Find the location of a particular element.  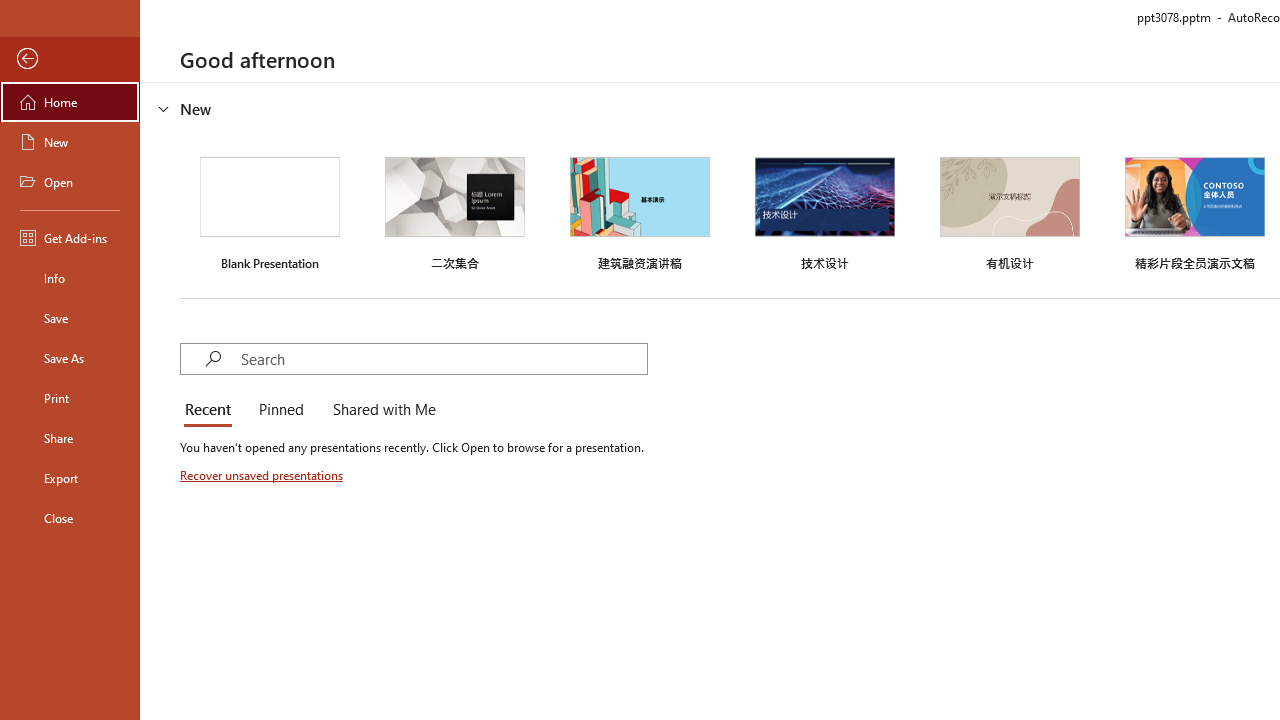

'Get Add-ins' is located at coordinates (69, 236).